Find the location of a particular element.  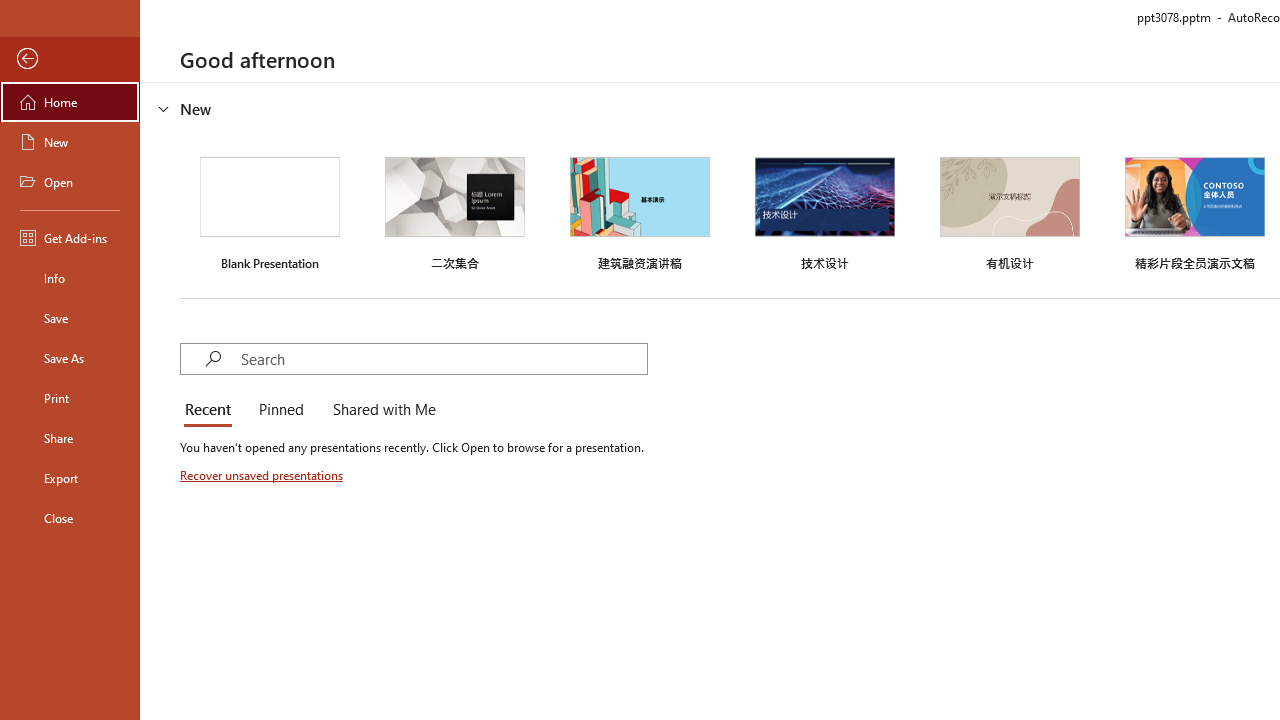

'Get Add-ins' is located at coordinates (69, 236).